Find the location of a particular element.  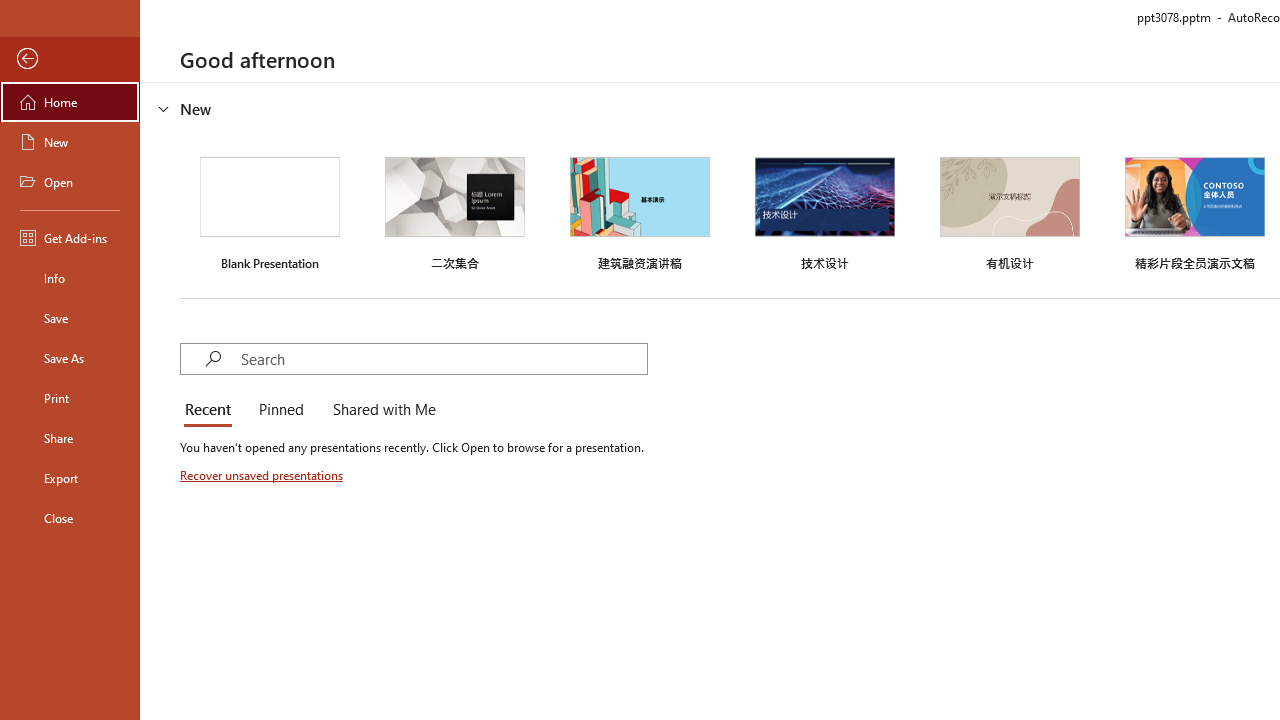

'Get Add-ins' is located at coordinates (69, 236).